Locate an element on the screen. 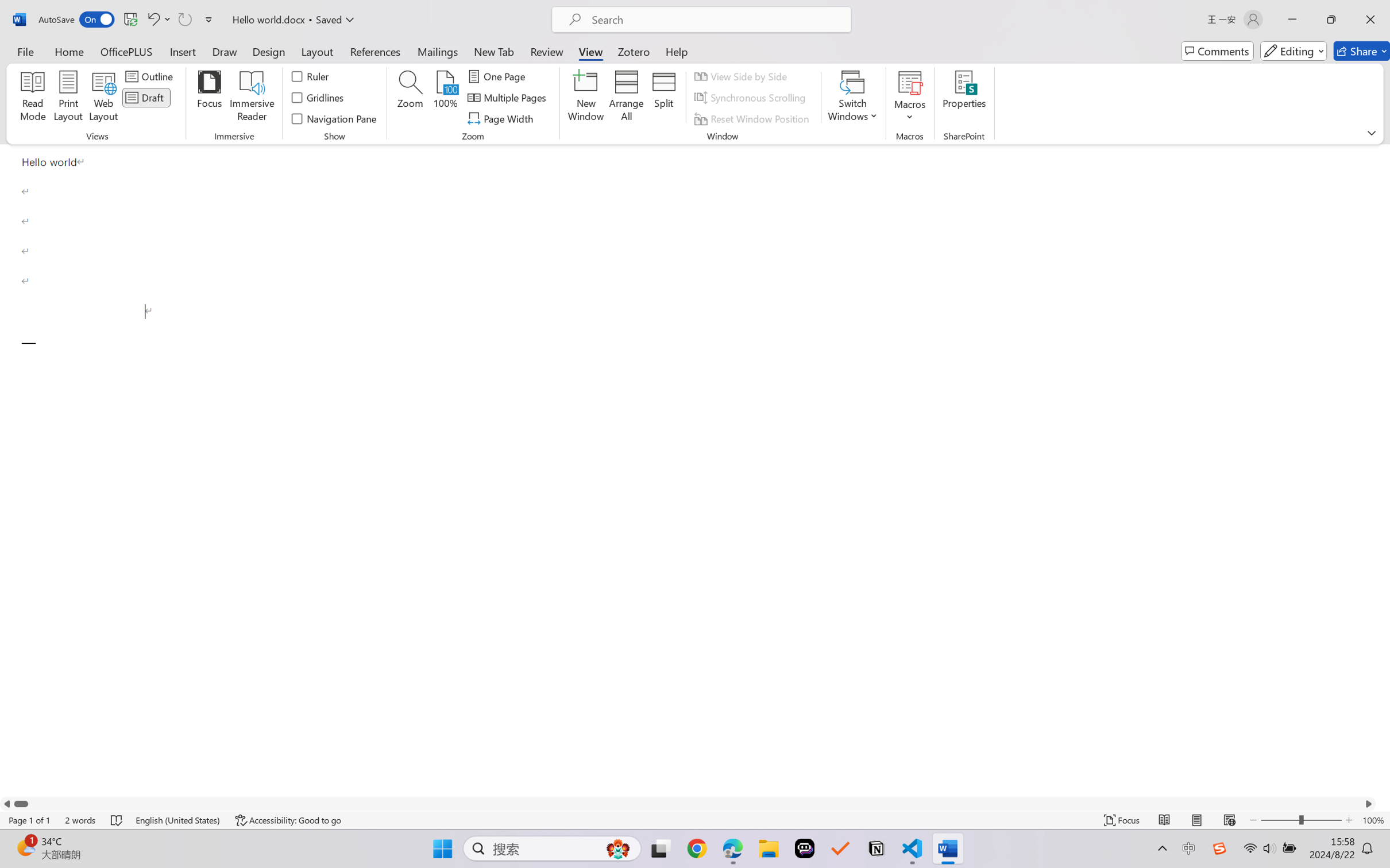  'Immersive Reader' is located at coordinates (252, 98).